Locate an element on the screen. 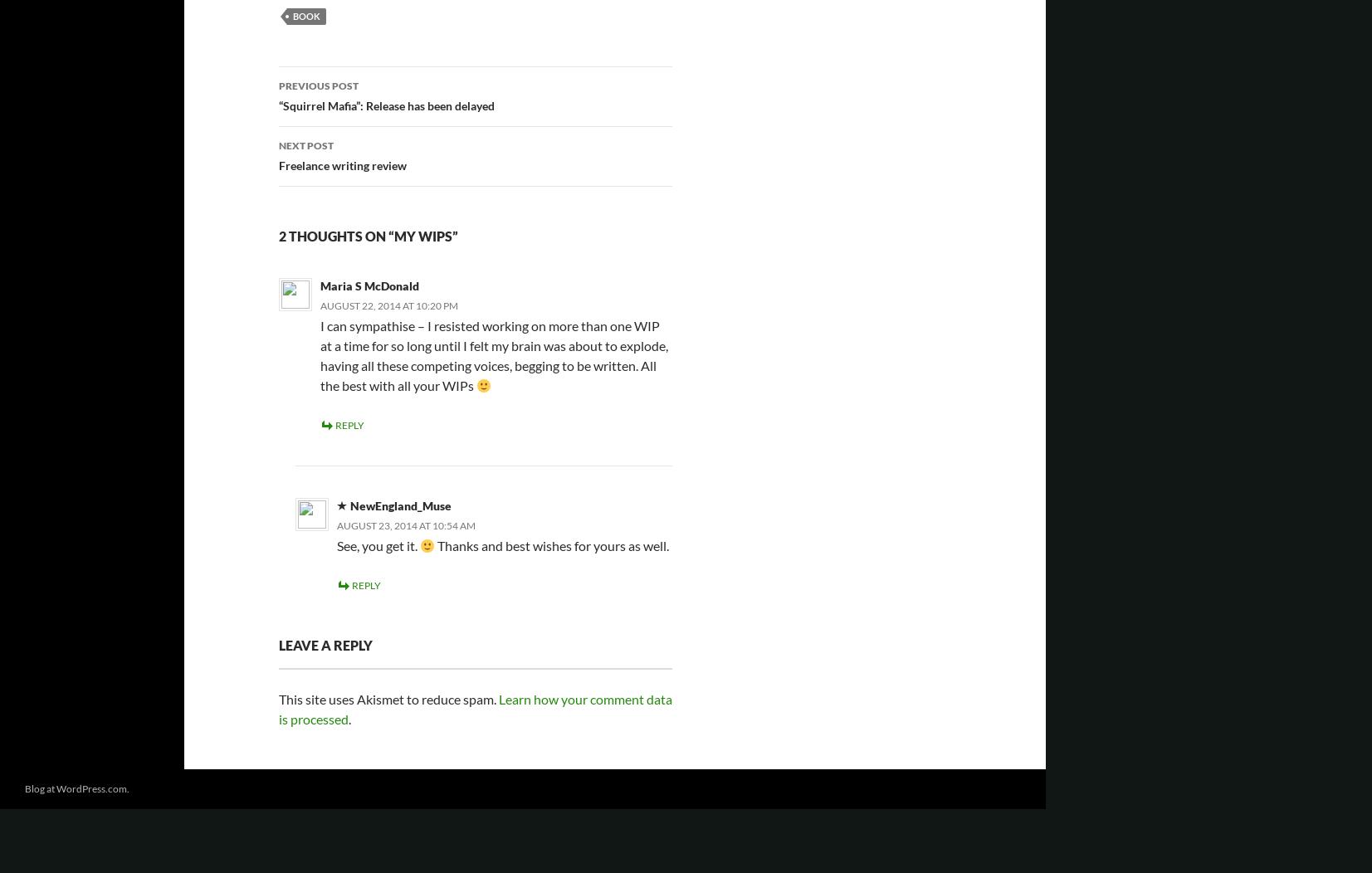 This screenshot has width=1372, height=873. 'Freelance writing review' is located at coordinates (278, 164).